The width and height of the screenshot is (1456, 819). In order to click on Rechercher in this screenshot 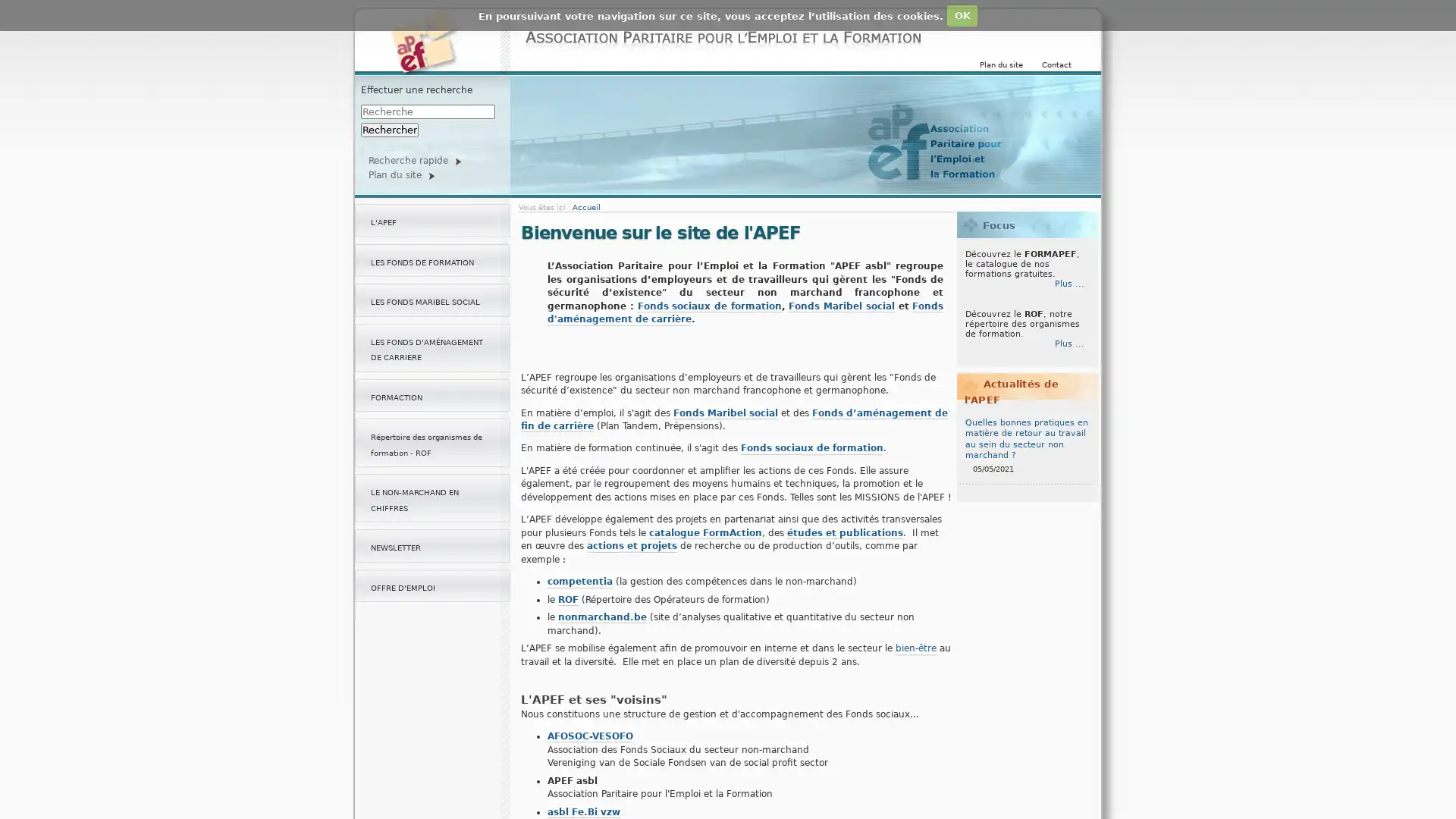, I will do `click(389, 129)`.